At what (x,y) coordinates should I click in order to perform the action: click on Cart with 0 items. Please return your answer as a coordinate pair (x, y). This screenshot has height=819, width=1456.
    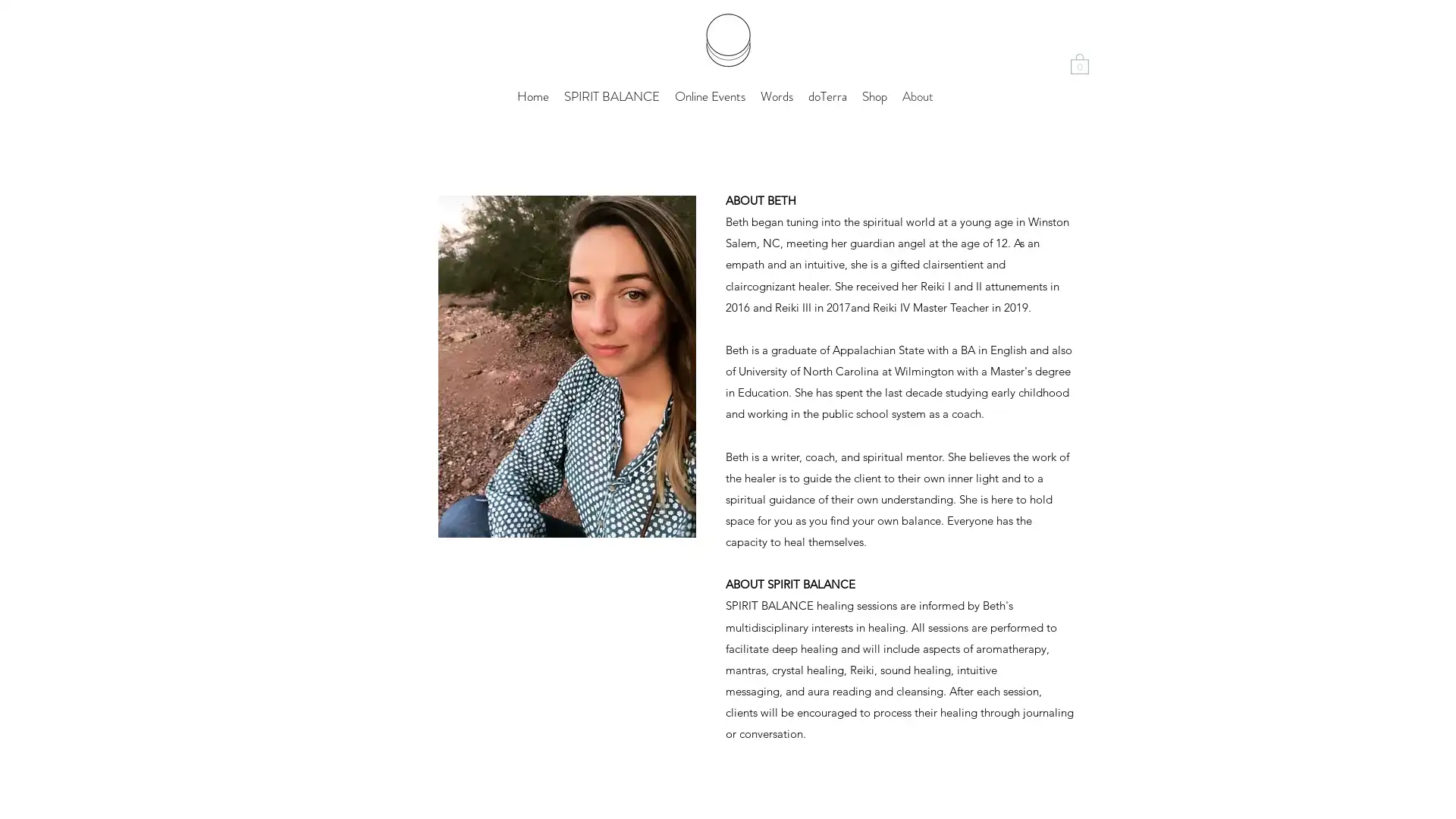
    Looking at the image, I should click on (1079, 62).